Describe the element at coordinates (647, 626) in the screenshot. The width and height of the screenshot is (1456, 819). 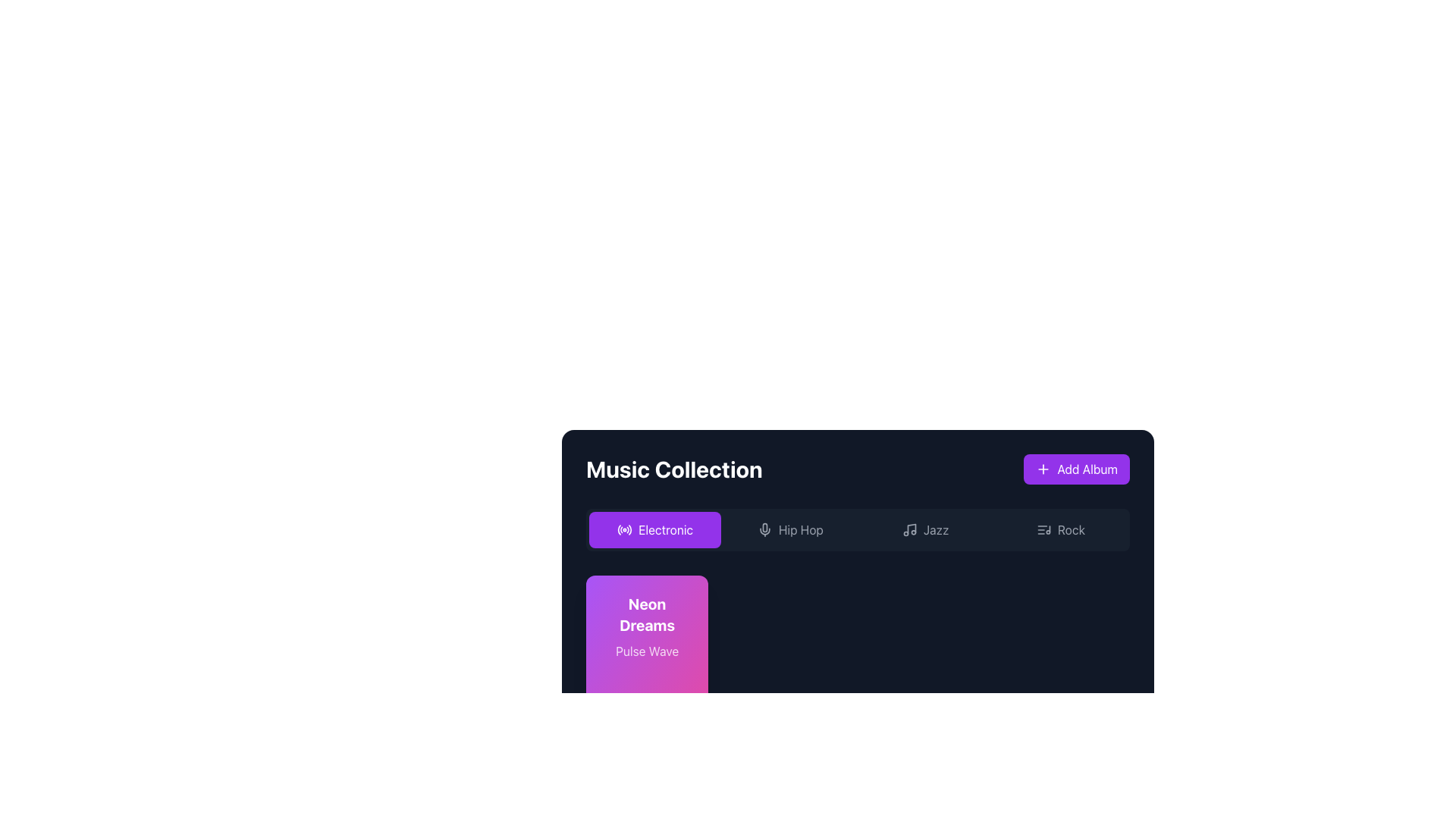
I see `the Text Display element that shows 'Neon Dreams' and 'Pulse Wave' with a vibrant pink-to-purple gradient background, located in the 'Music Collection' section` at that location.